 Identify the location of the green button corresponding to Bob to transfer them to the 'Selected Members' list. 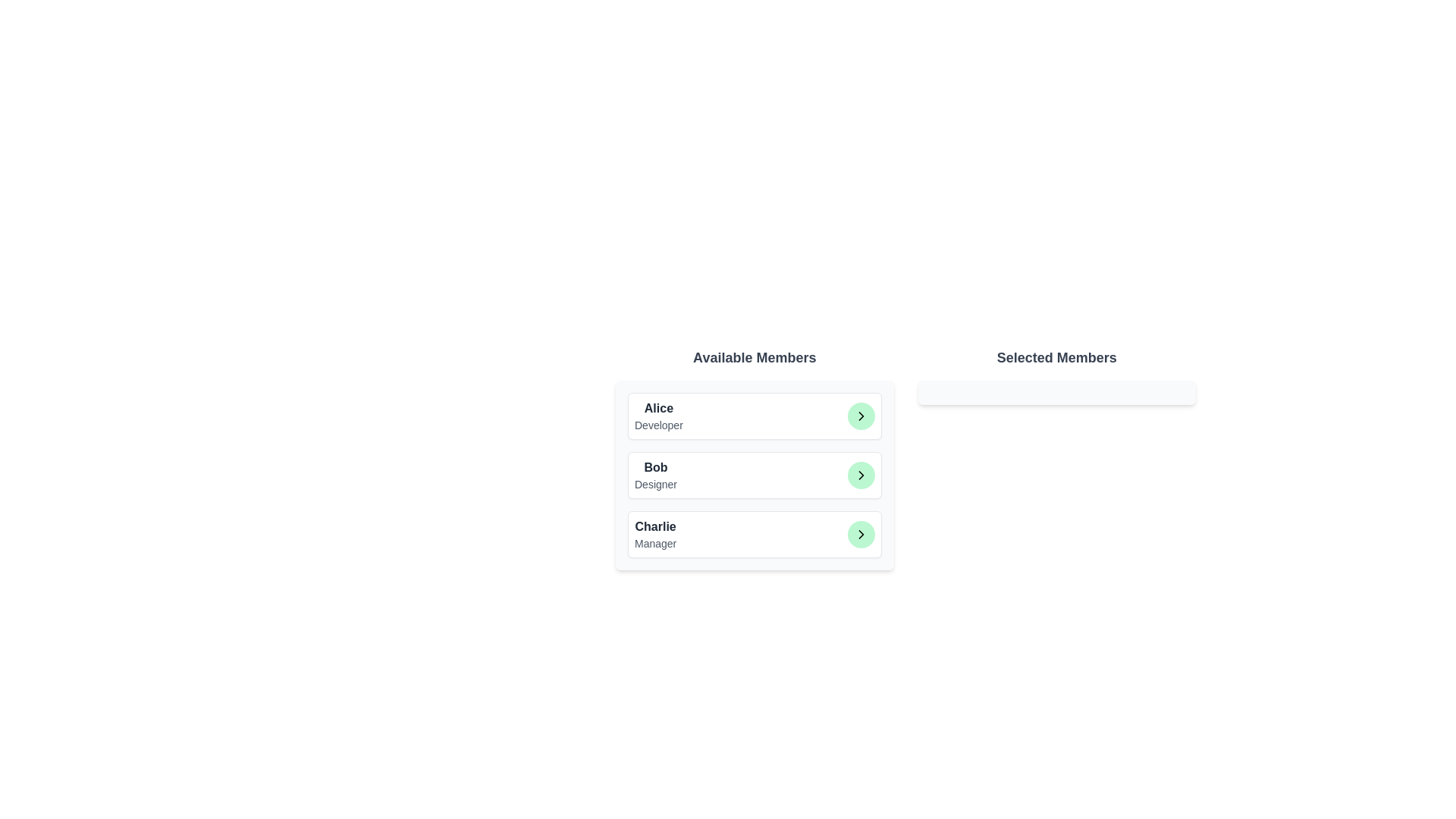
(861, 475).